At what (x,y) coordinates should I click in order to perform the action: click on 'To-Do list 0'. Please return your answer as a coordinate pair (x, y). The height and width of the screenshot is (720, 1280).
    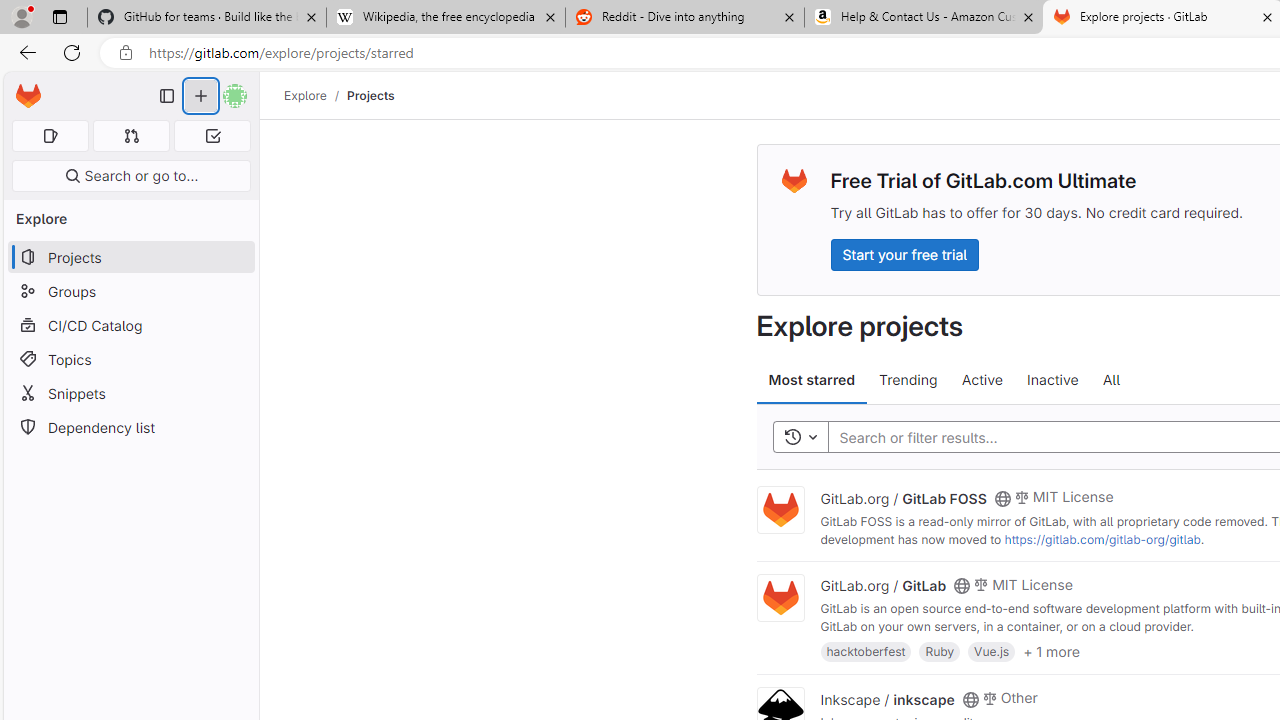
    Looking at the image, I should click on (212, 135).